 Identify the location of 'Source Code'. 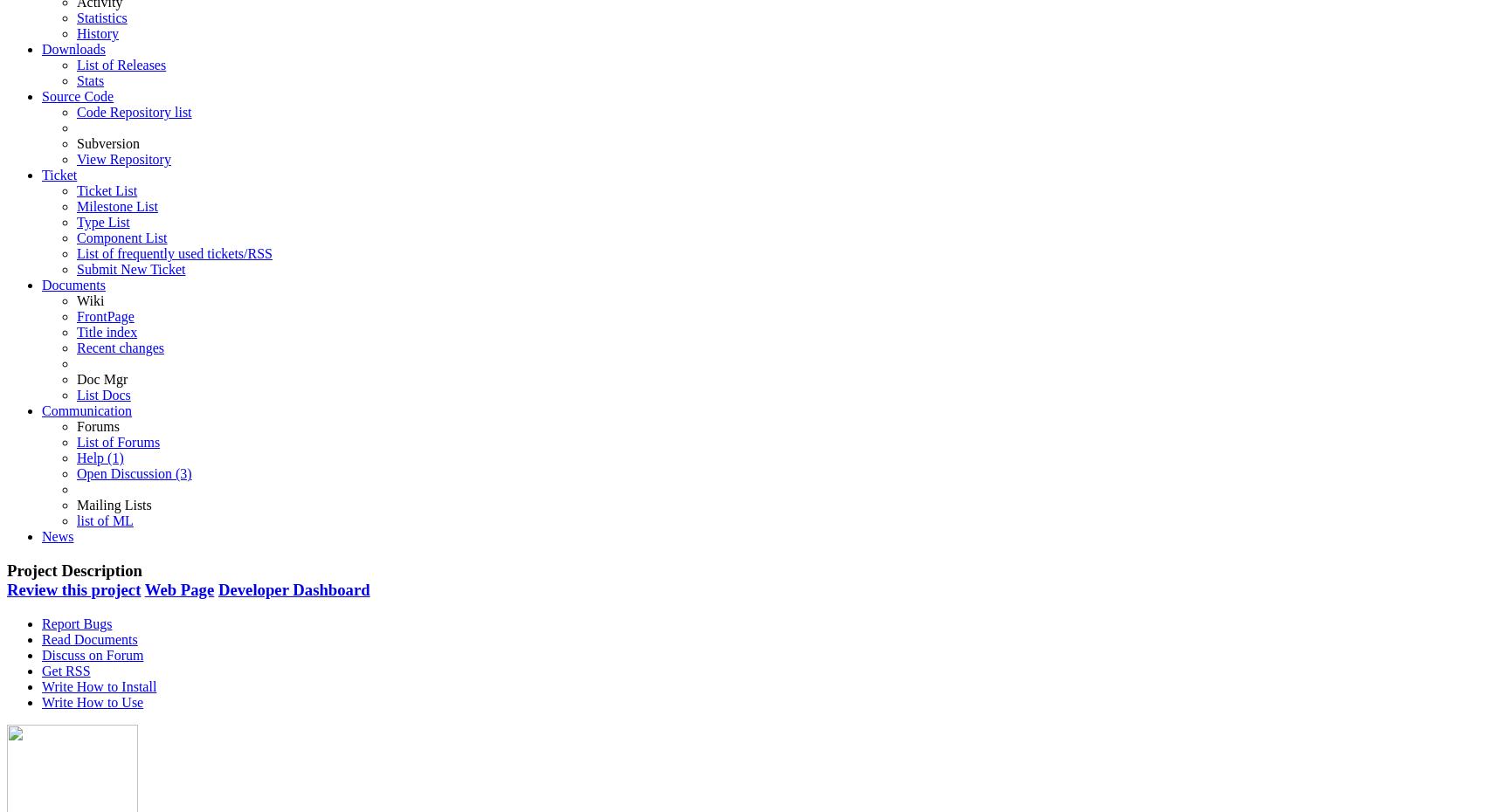
(41, 96).